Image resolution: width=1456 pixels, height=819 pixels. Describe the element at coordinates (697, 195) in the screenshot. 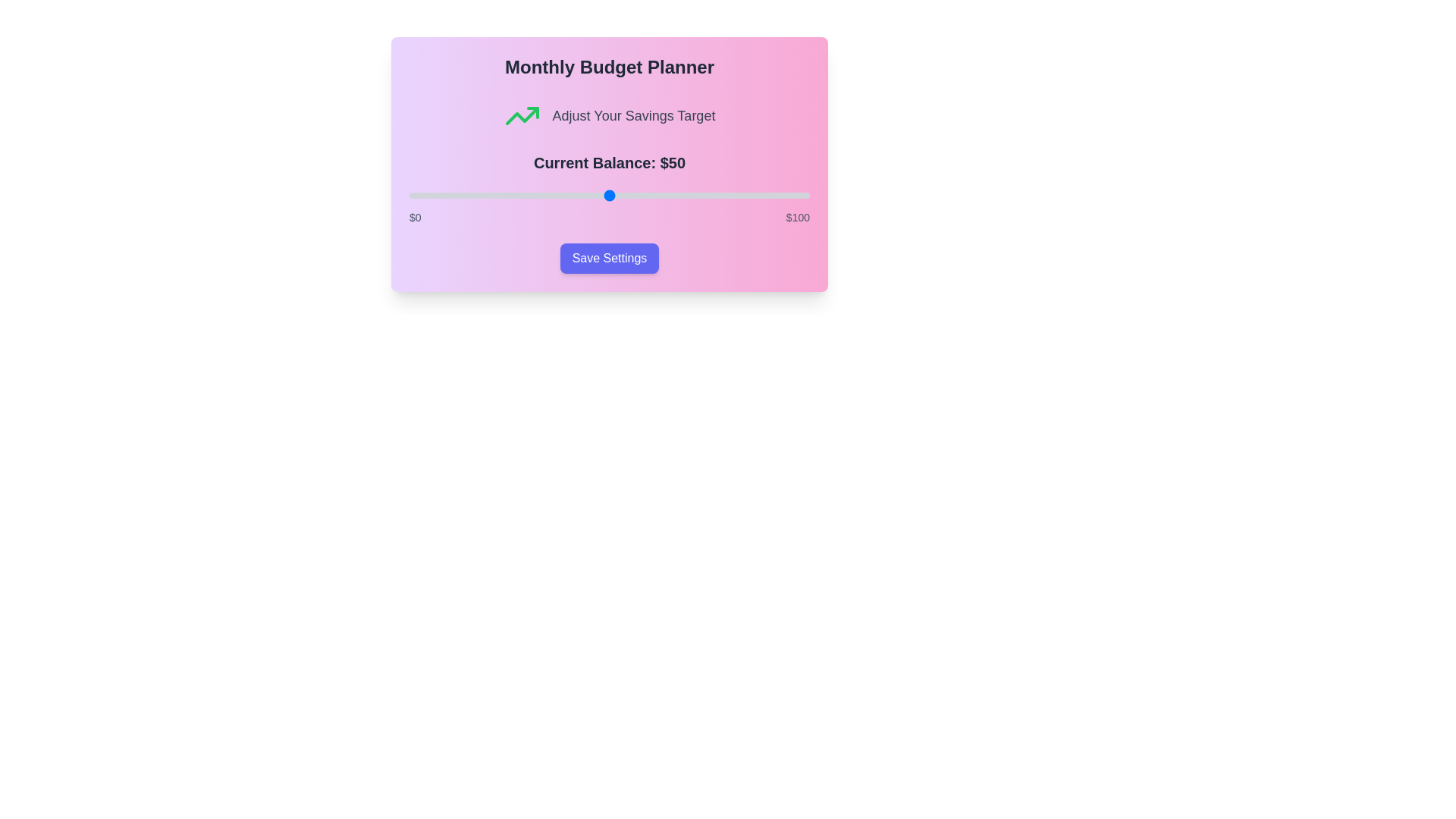

I see `the slider to set the balance to 72 value` at that location.